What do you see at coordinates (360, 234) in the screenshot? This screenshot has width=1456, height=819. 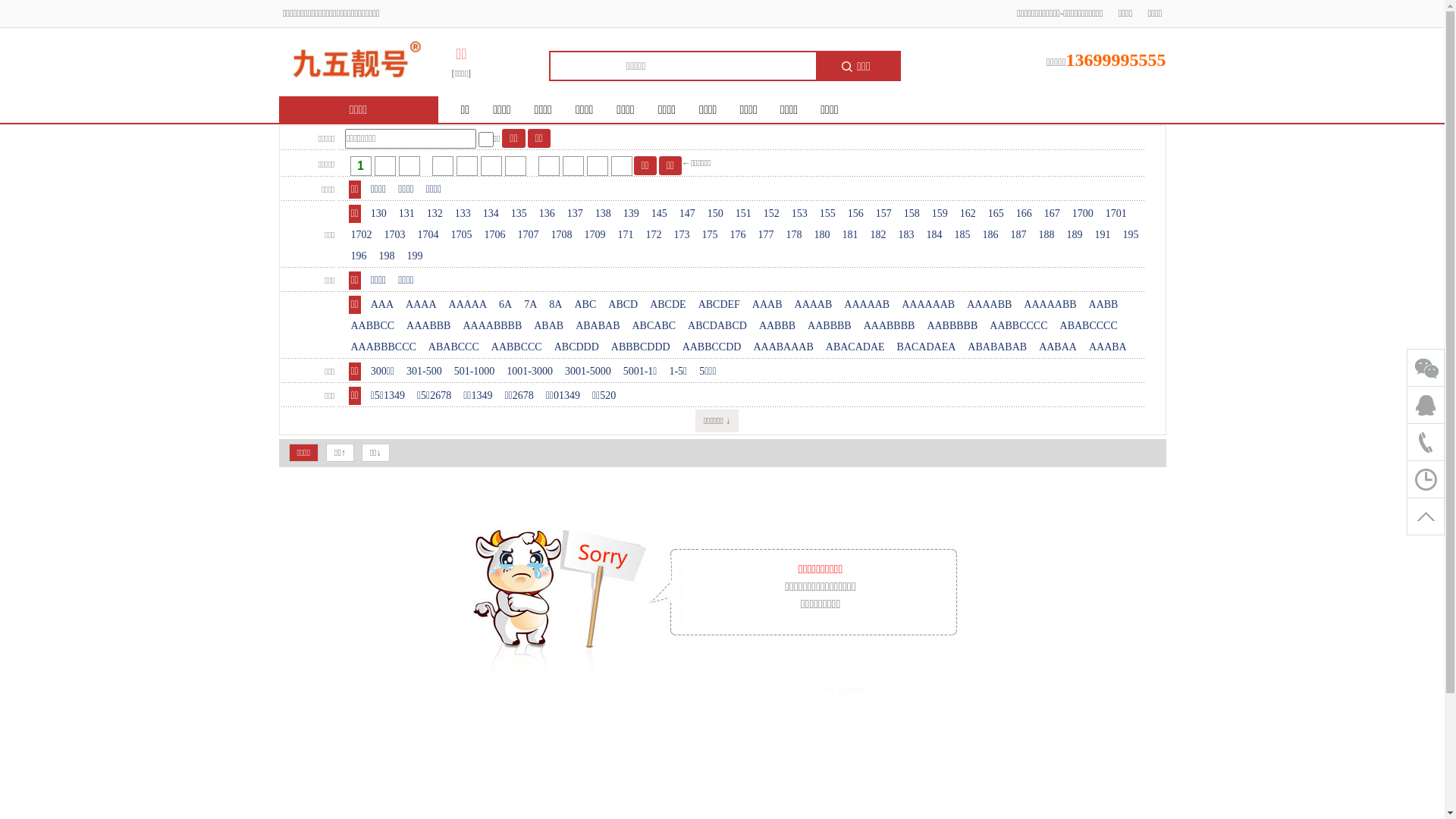 I see `'1702'` at bounding box center [360, 234].